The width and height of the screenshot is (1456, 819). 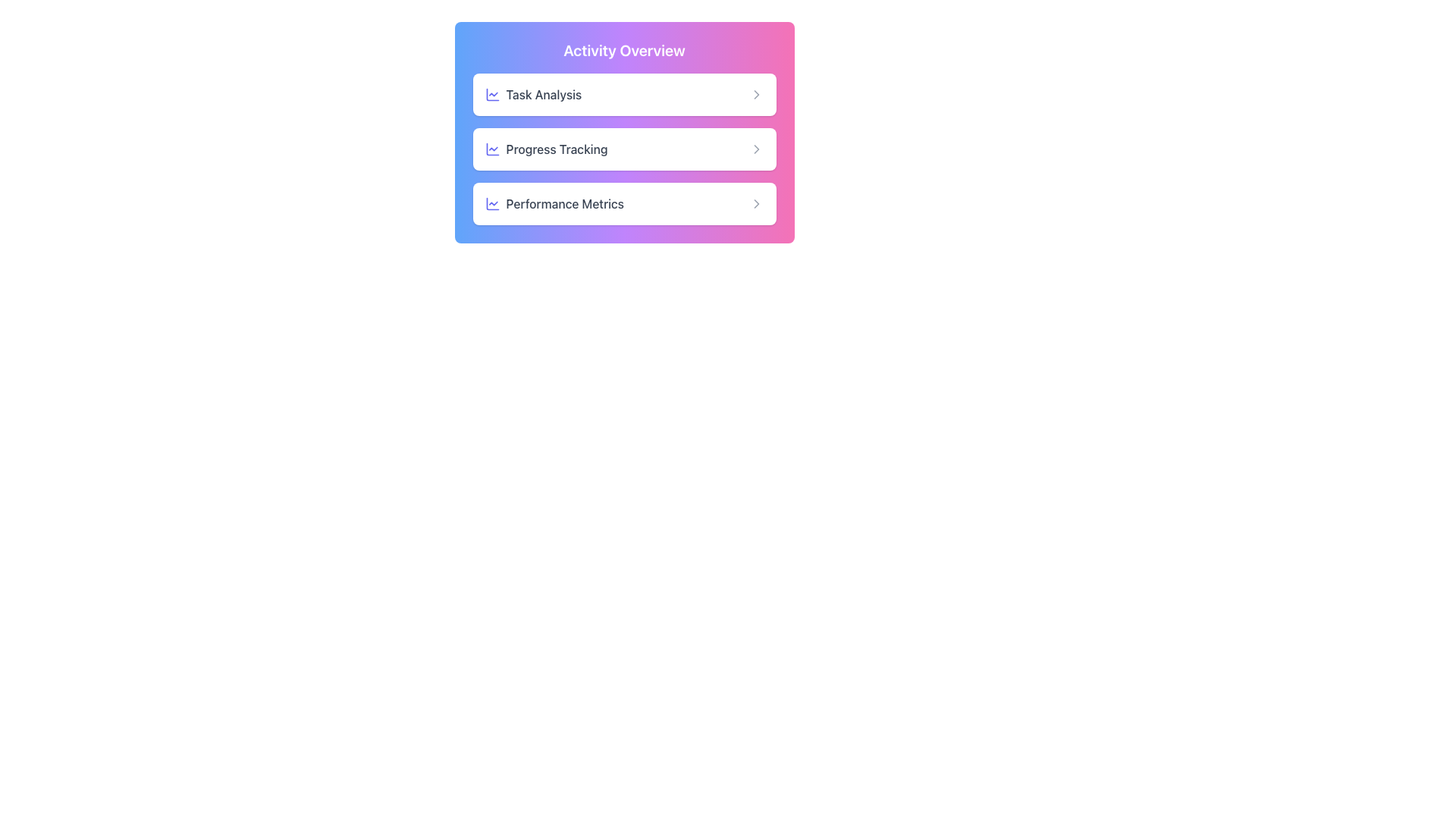 I want to click on the static text label reading 'Performance Metrics', which is aligned to the right of the chart icon within the white card in the 'Activity Overview' section, so click(x=554, y=203).